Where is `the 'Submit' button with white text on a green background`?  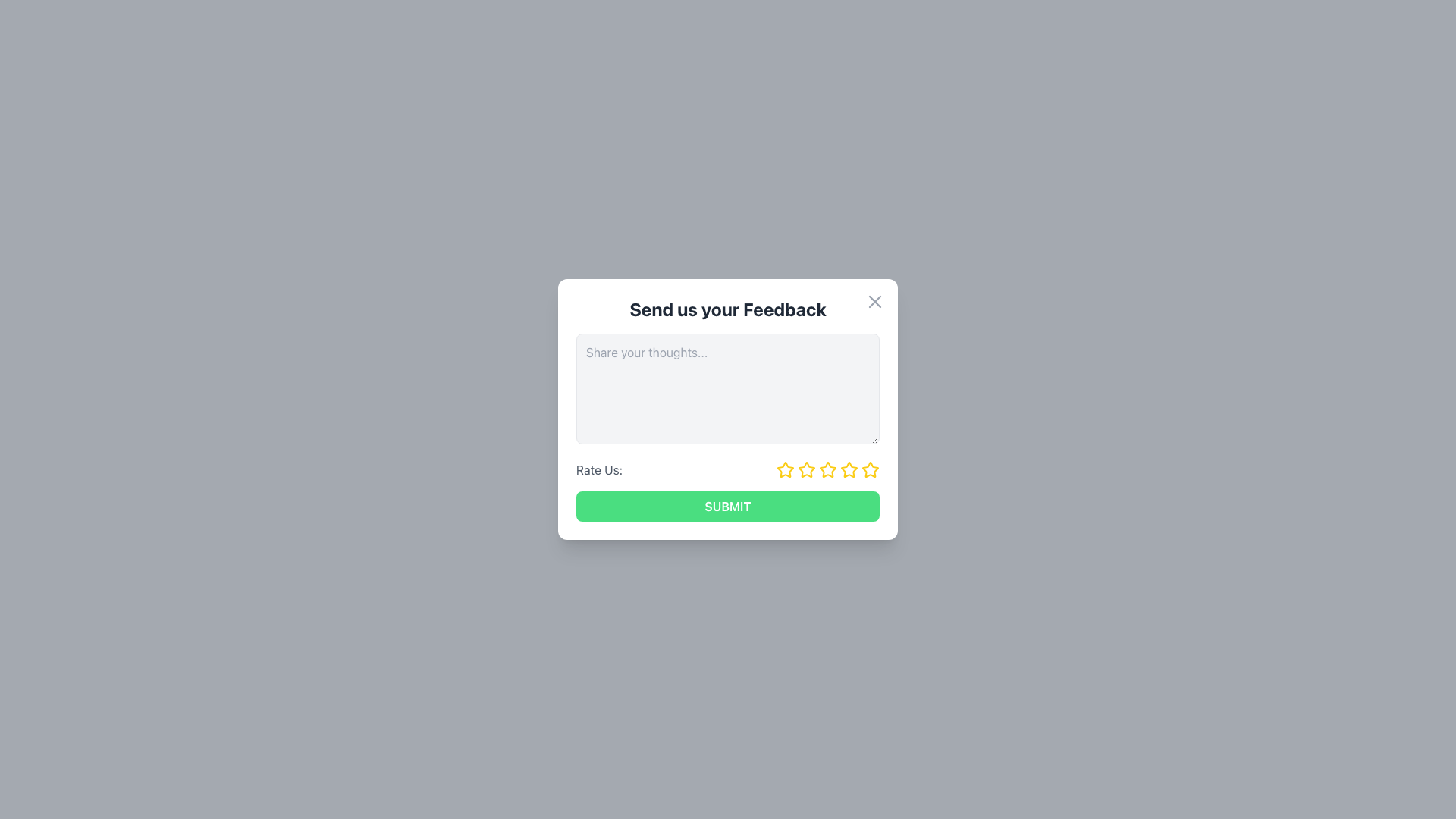
the 'Submit' button with white text on a green background is located at coordinates (728, 506).